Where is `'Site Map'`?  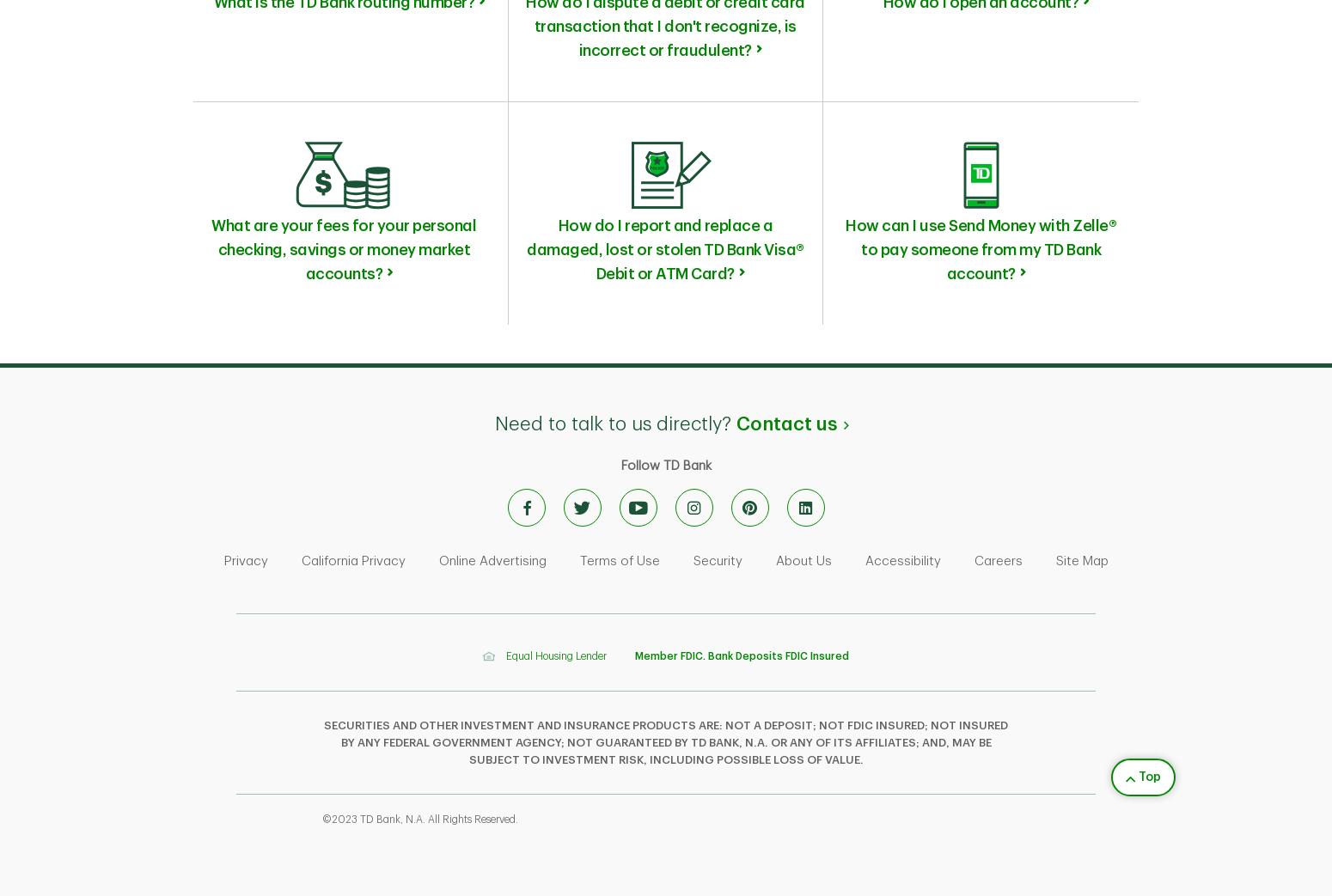
'Site Map' is located at coordinates (1080, 560).